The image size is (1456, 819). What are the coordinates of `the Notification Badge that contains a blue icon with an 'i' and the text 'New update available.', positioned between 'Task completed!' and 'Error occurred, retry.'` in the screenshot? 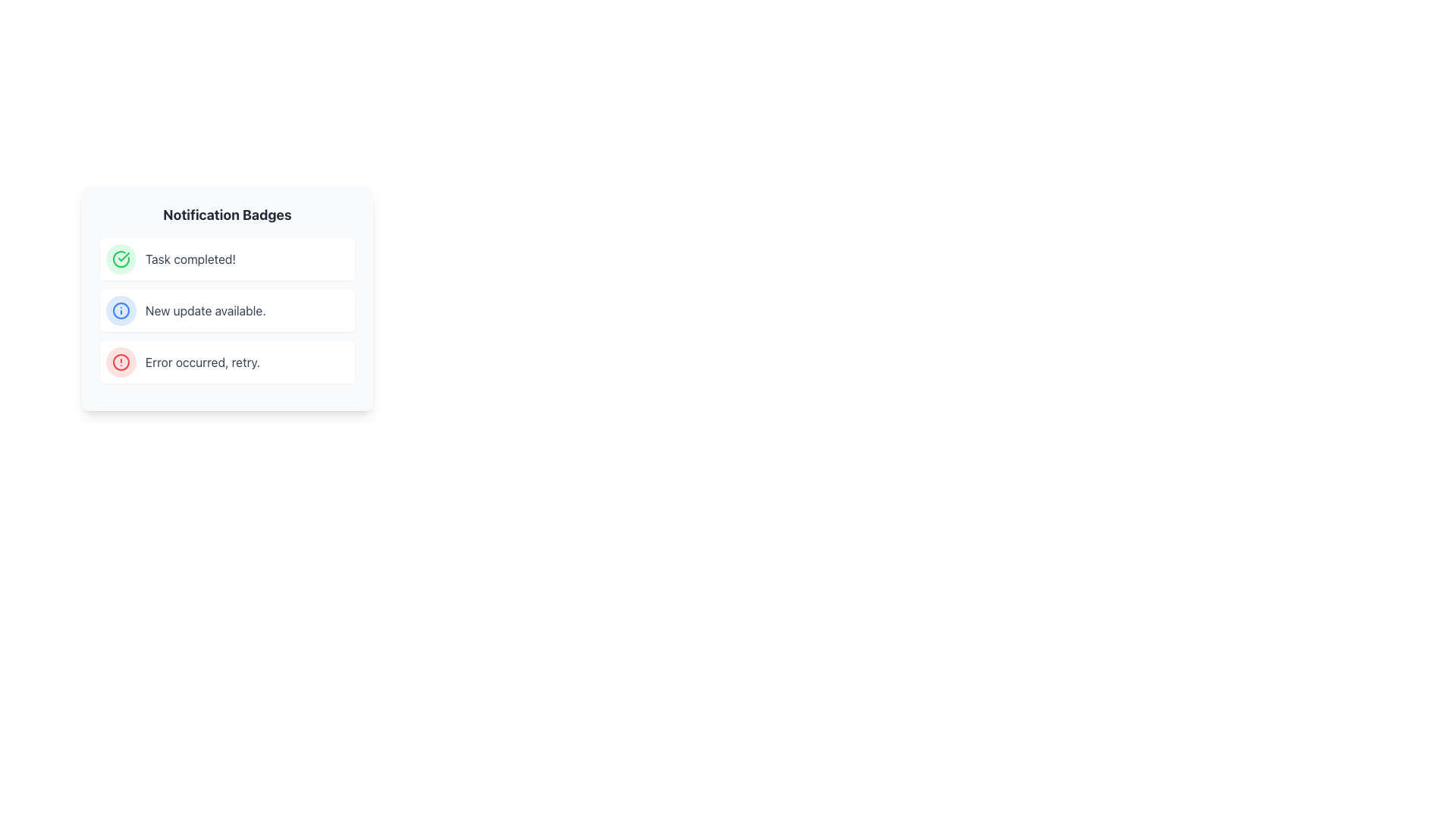 It's located at (226, 309).